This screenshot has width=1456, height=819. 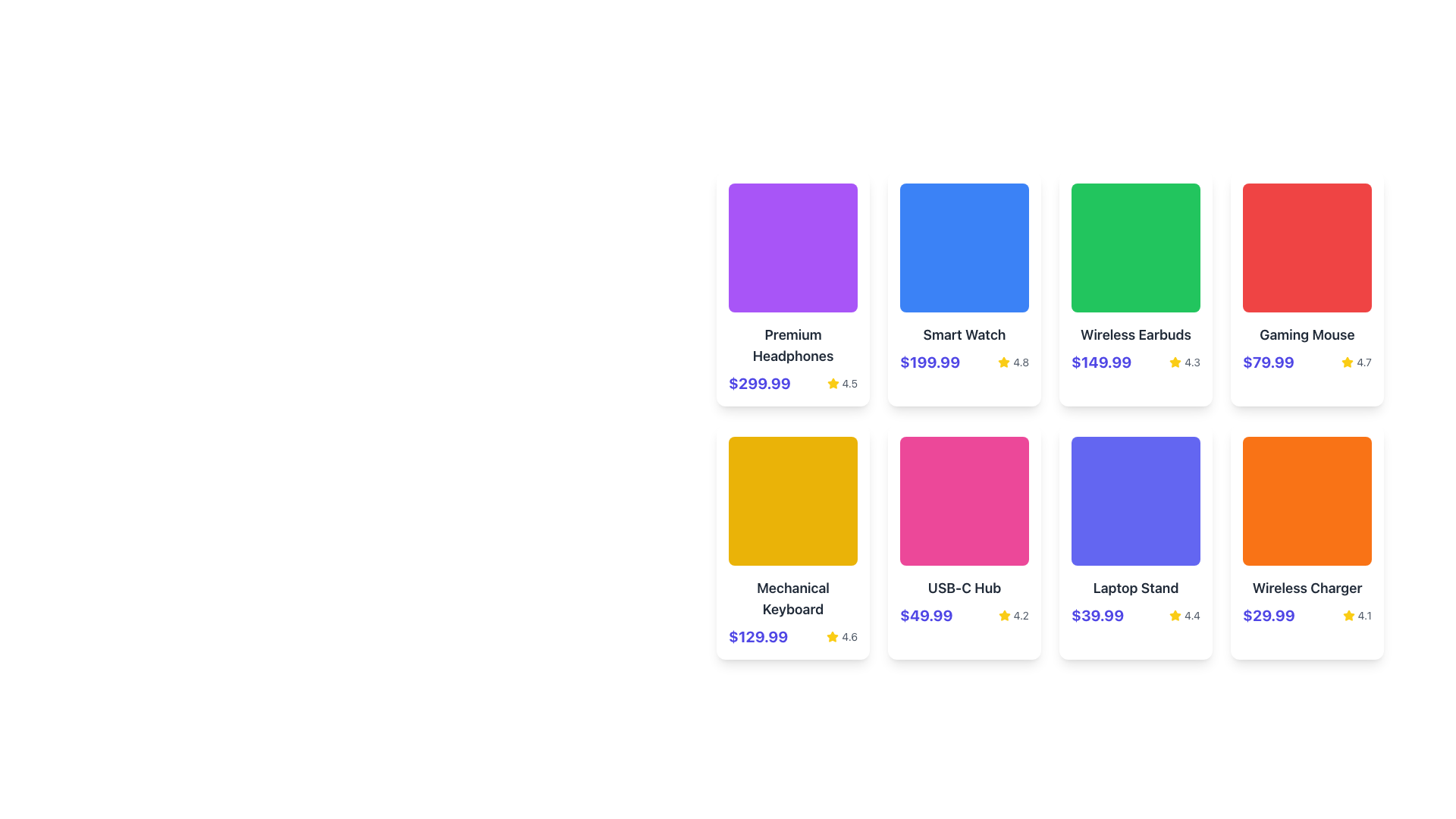 I want to click on text from the 'Laptop Stand' label, which is a bold, dark gray text component located within the product card, positioned below the image and above the price information, so click(x=1135, y=587).